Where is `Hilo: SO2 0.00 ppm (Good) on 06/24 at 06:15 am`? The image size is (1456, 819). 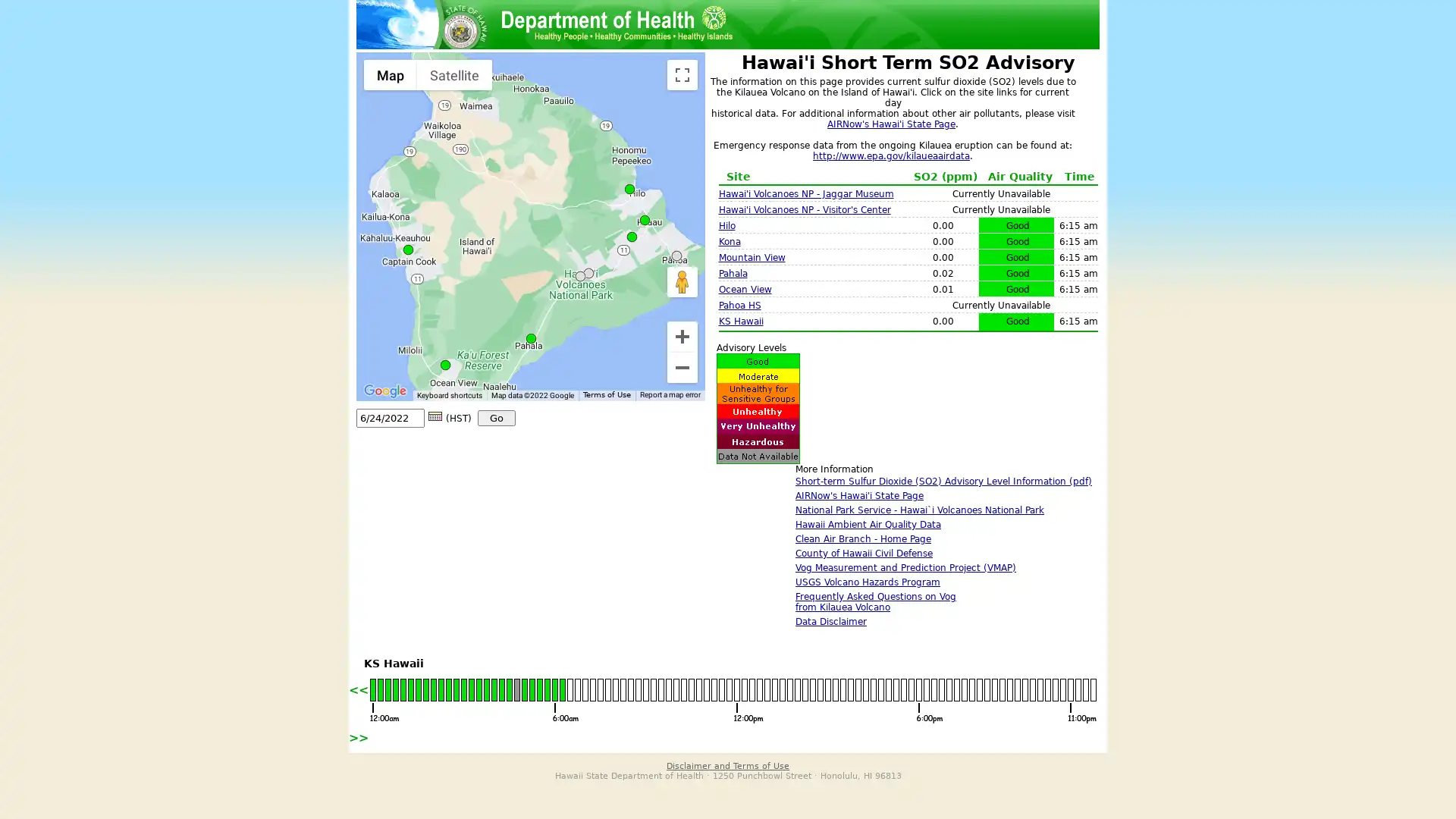
Hilo: SO2 0.00 ppm (Good) on 06/24 at 06:15 am is located at coordinates (629, 188).